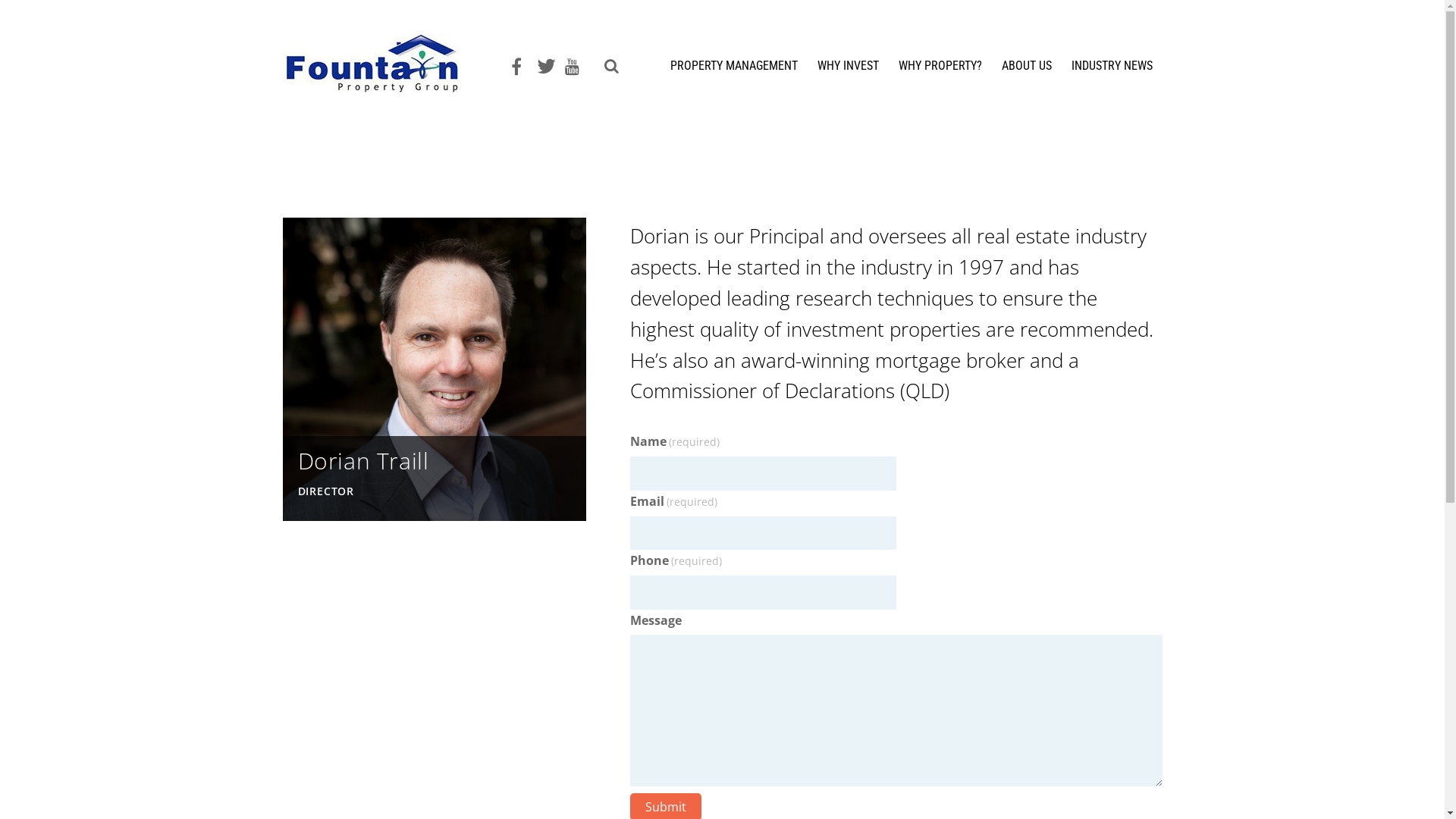 The width and height of the screenshot is (1456, 819). Describe the element at coordinates (382, 84) in the screenshot. I see `'Investment Property & Wealth Creation Strategies'` at that location.